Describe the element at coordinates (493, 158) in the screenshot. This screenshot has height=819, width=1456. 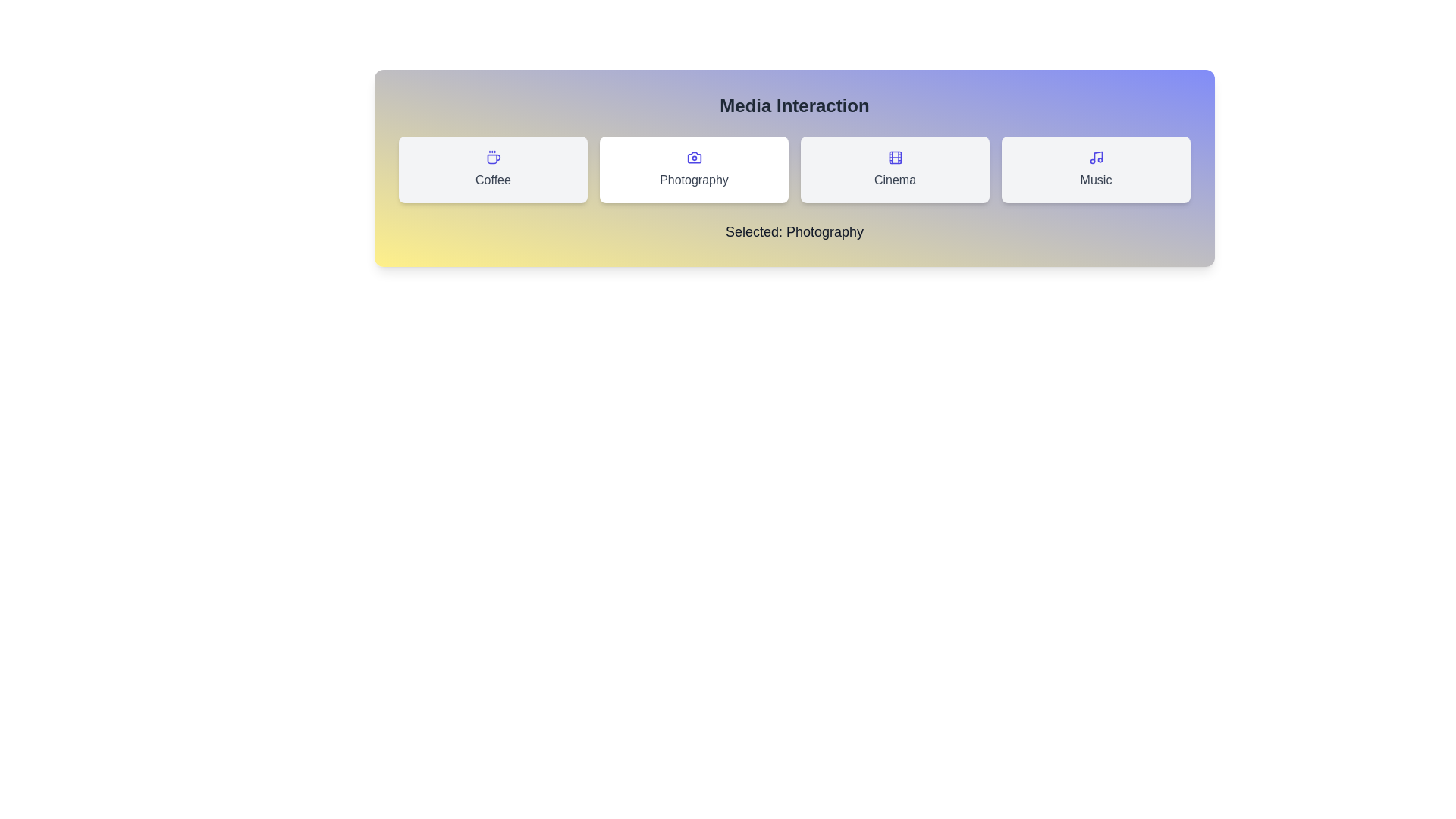
I see `the 'Coffee' icon located in the center of the 'Coffee' card, directly above the text 'Coffee', in the first card of four horizontally aligned cards` at that location.